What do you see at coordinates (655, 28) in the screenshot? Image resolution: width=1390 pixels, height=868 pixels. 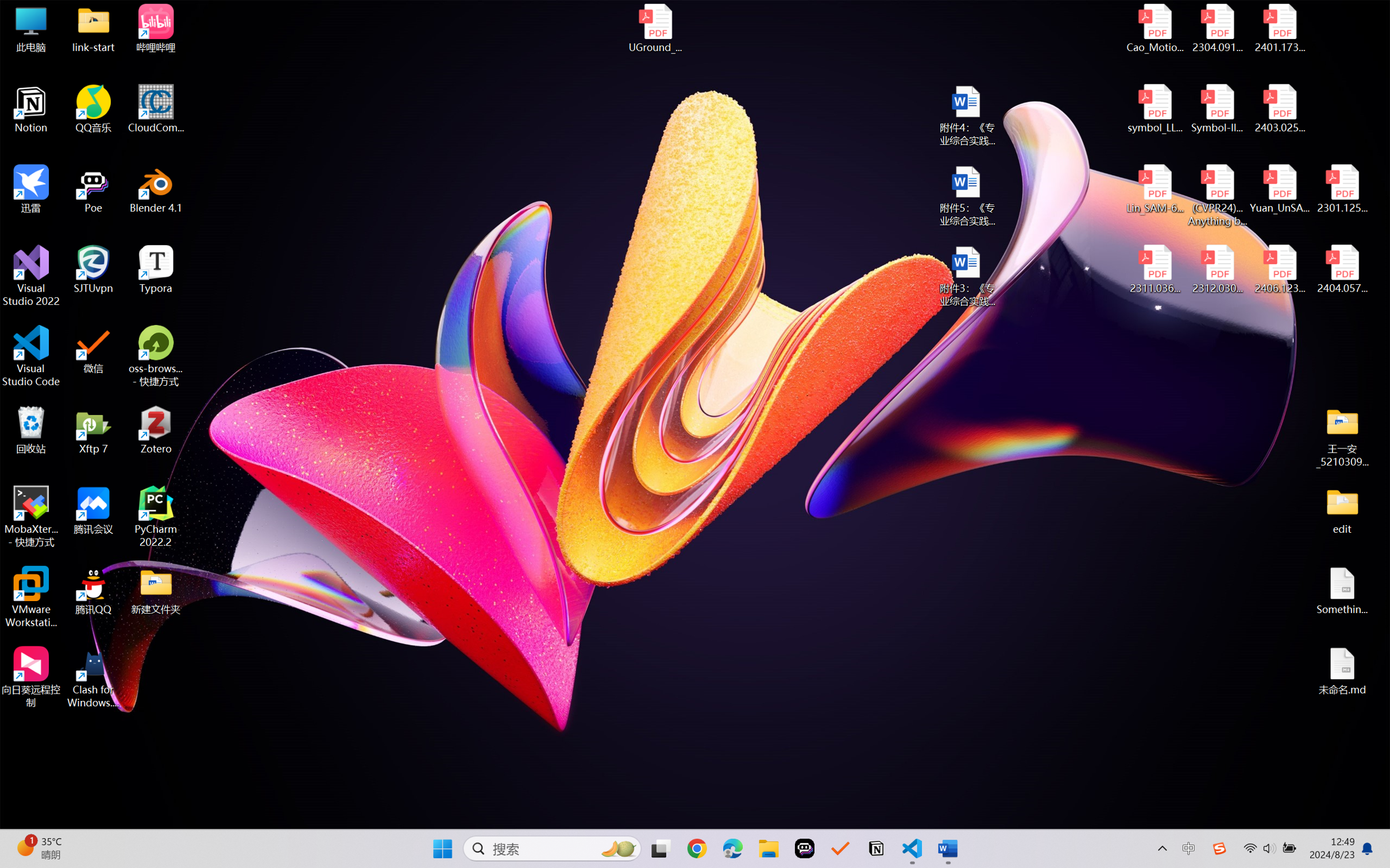 I see `'UGround_paper.pdf'` at bounding box center [655, 28].